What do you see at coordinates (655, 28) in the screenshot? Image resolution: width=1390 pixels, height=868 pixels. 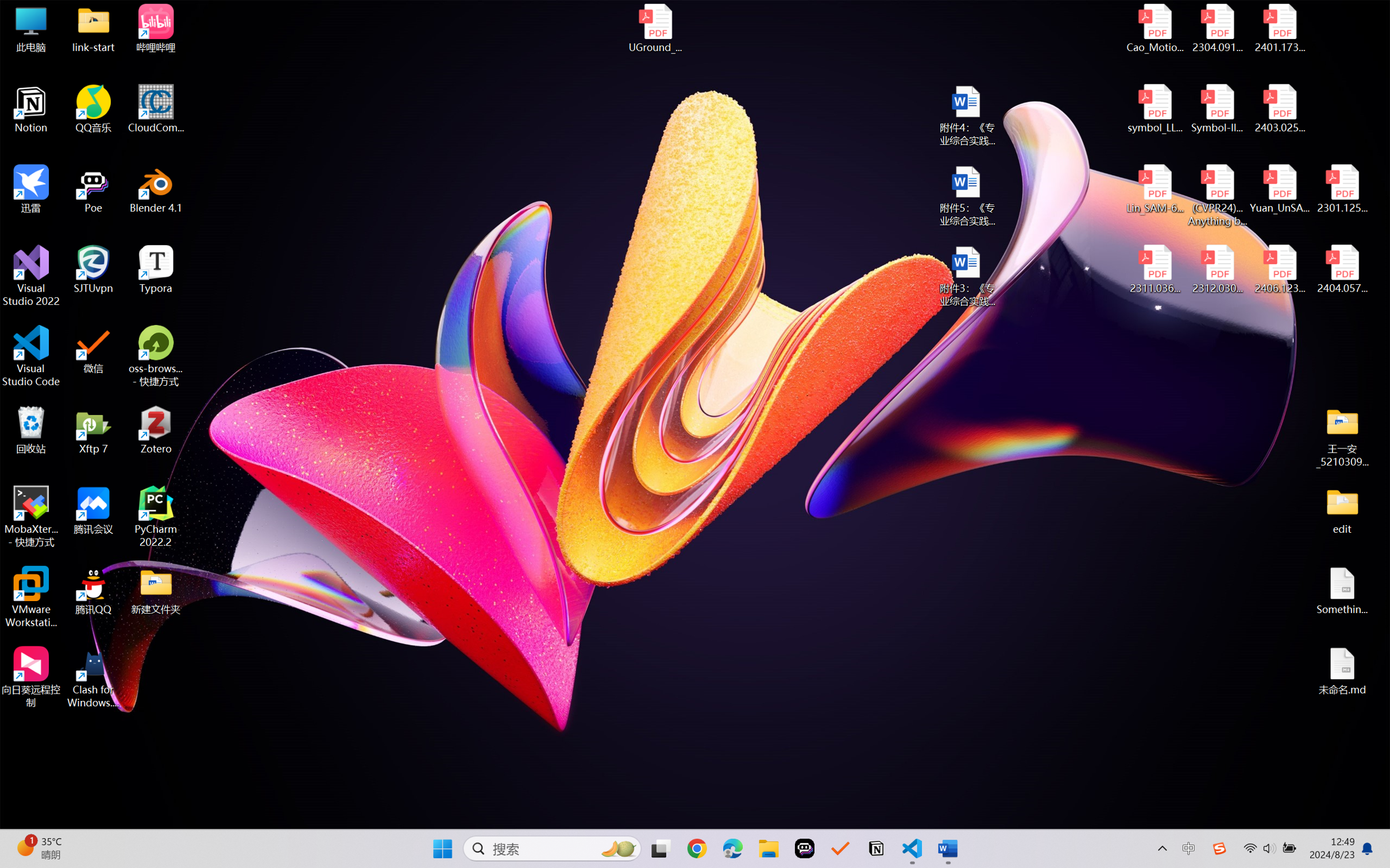 I see `'UGround_paper.pdf'` at bounding box center [655, 28].